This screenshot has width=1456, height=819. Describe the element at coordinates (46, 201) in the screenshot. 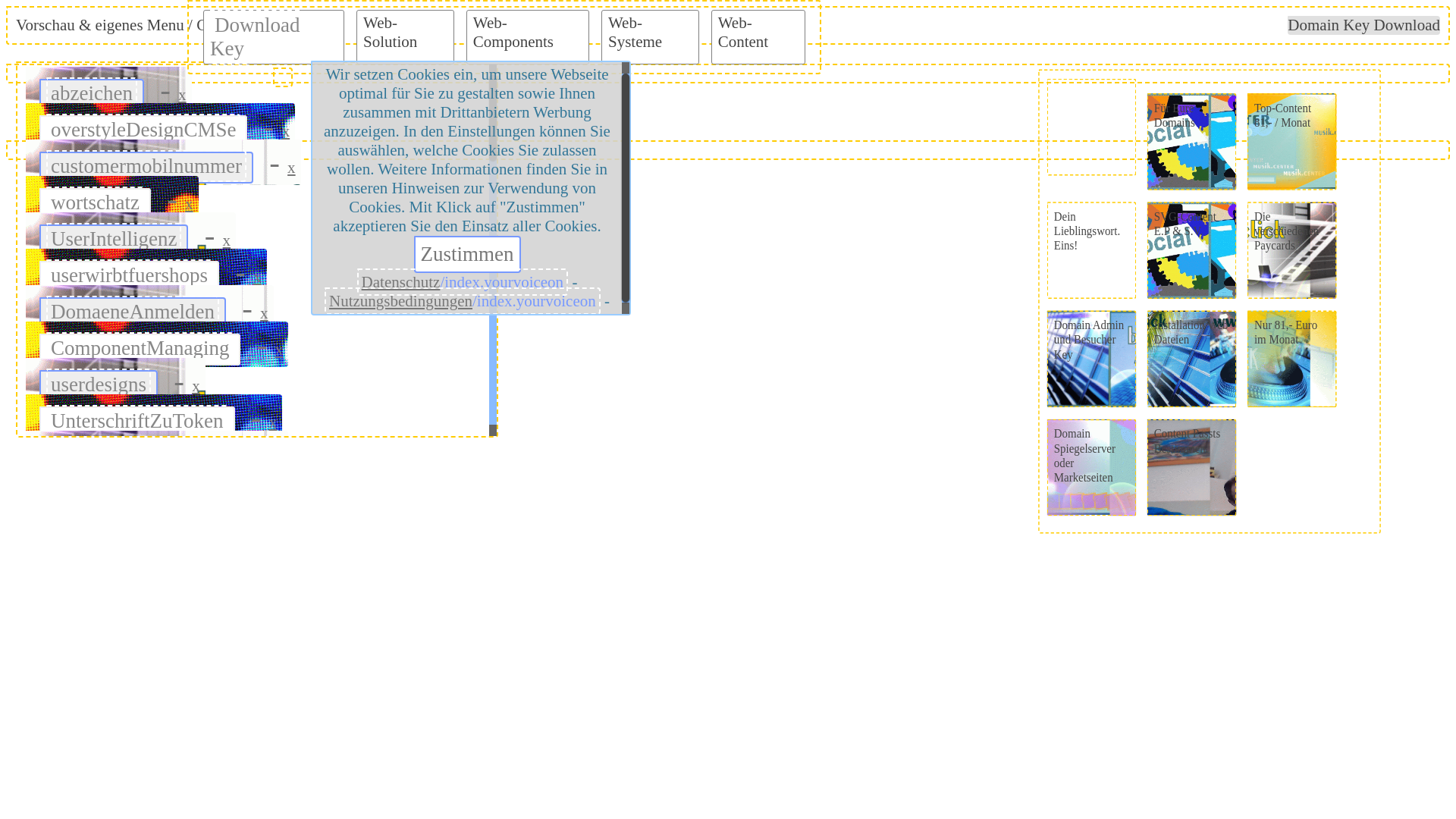

I see `'wortschatz'` at that location.